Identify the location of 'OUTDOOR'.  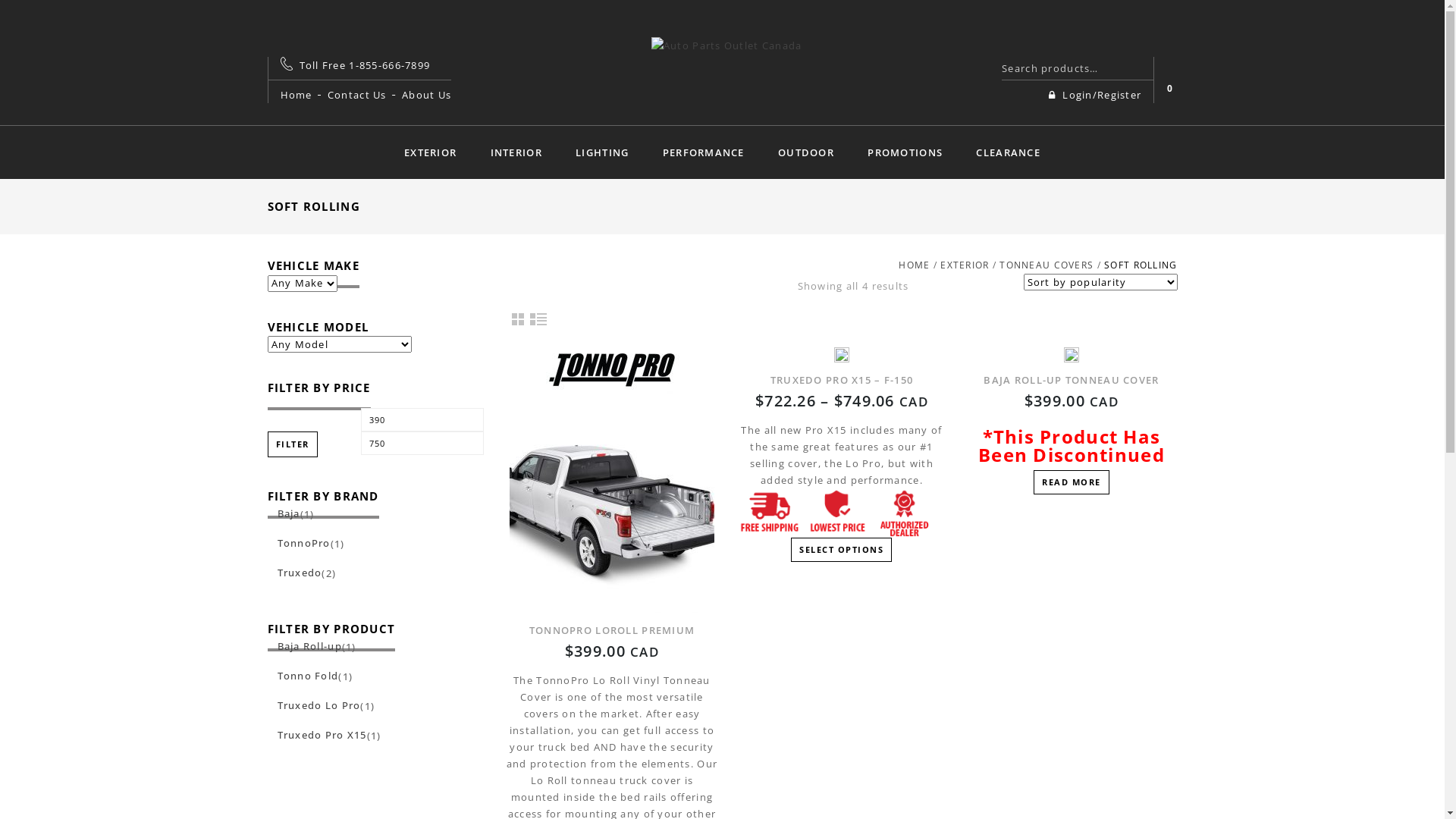
(805, 152).